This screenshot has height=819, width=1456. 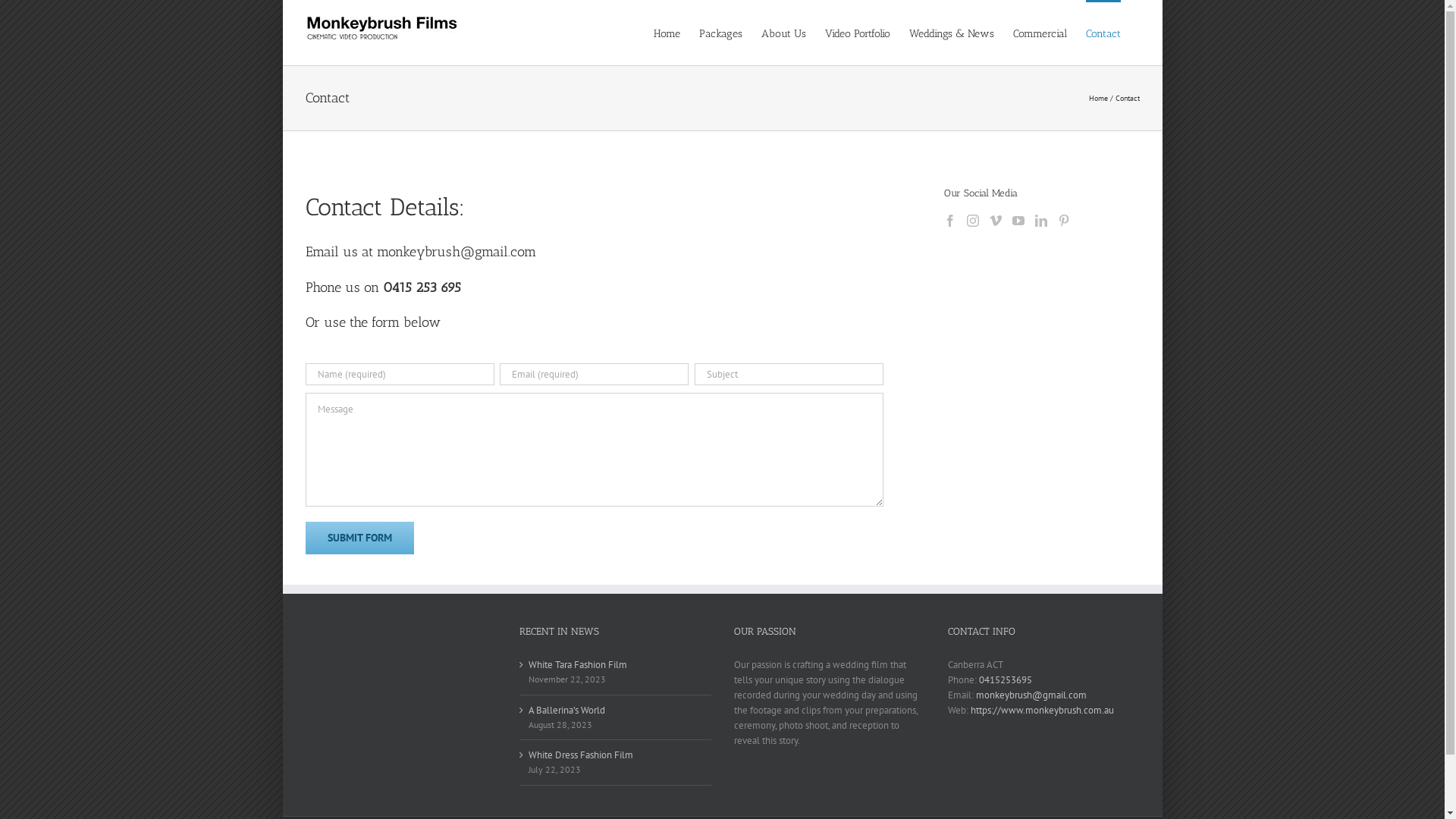 I want to click on 'Weddings & News', so click(x=908, y=32).